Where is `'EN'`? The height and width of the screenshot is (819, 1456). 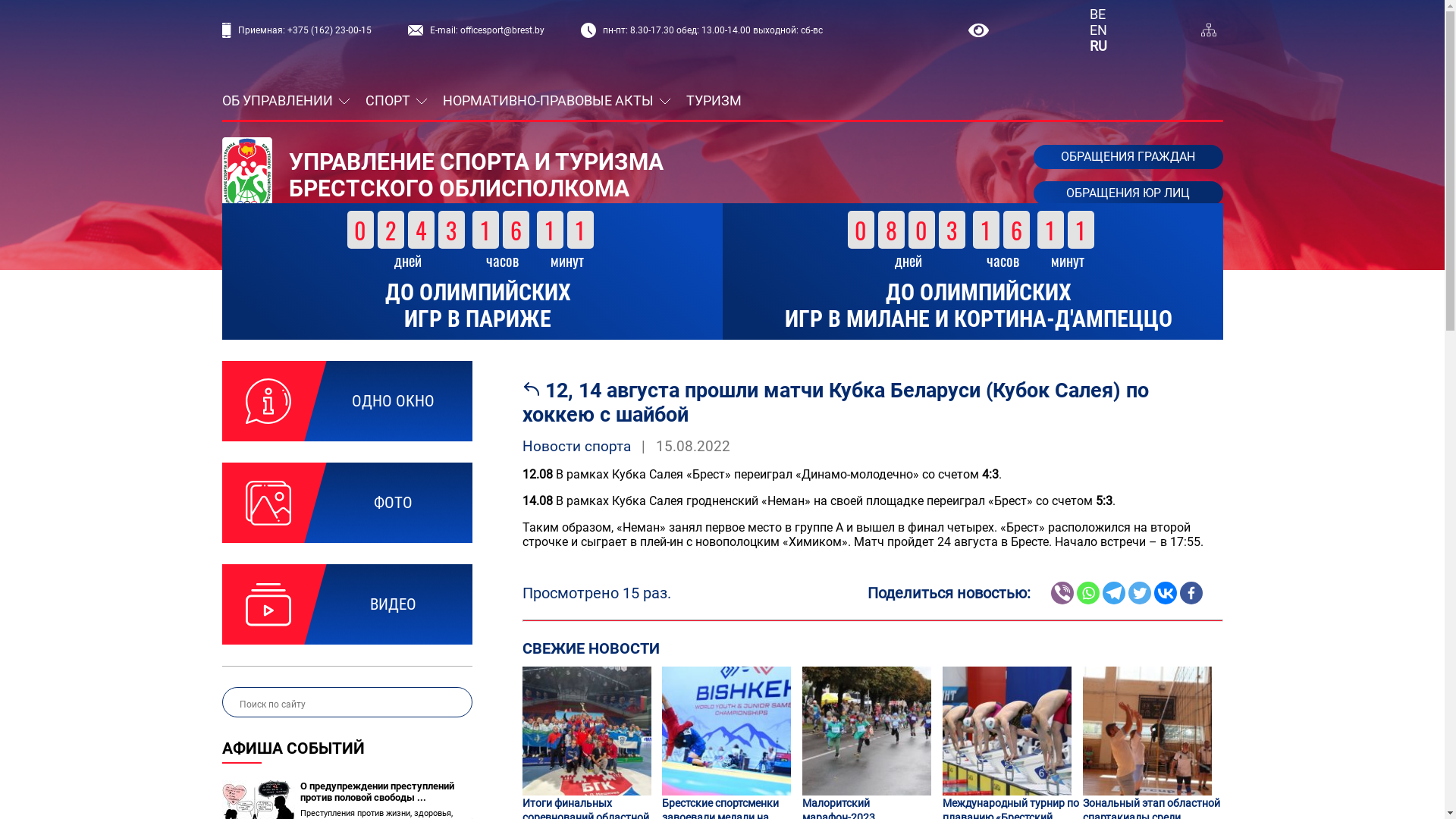 'EN' is located at coordinates (1088, 30).